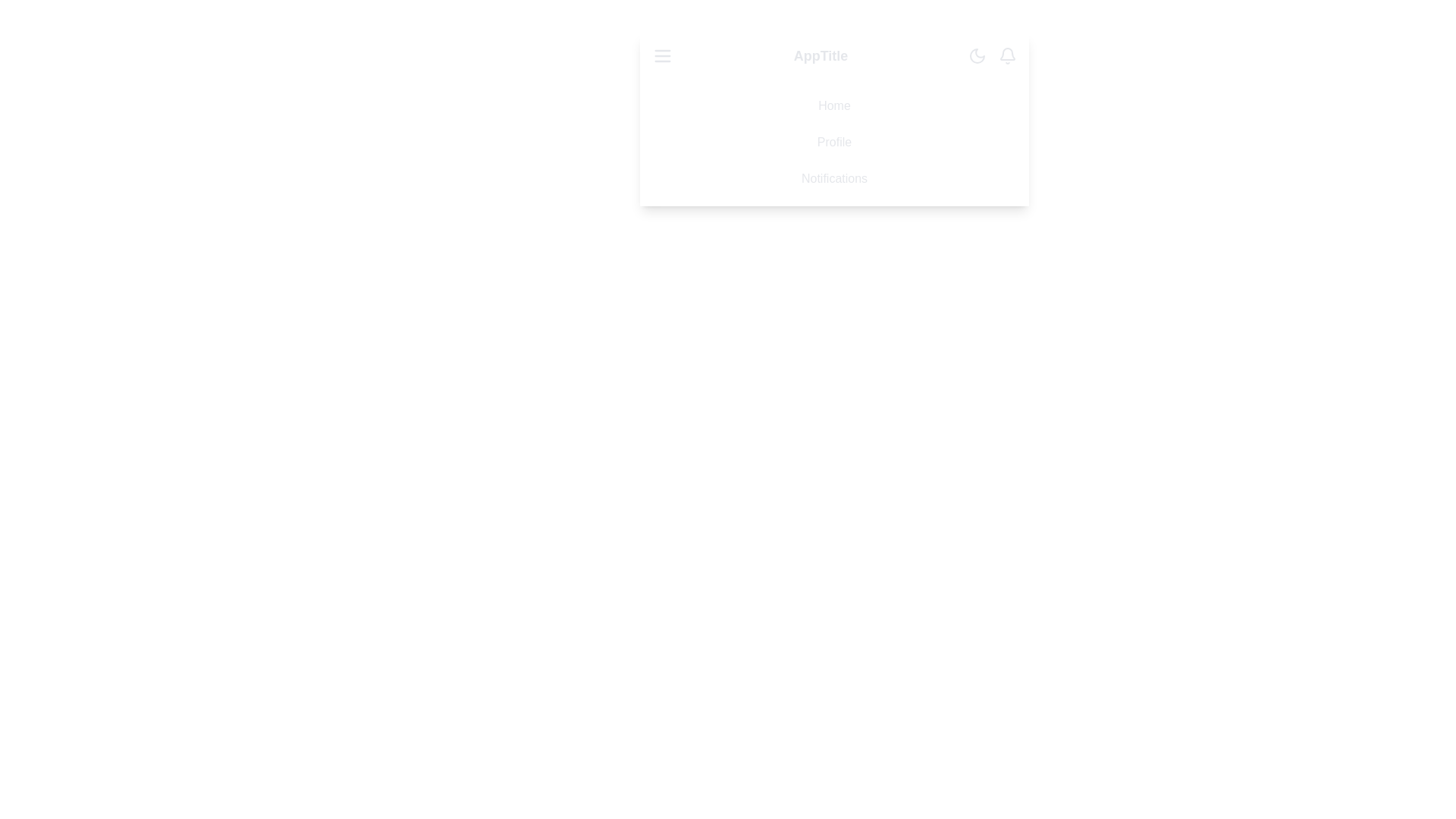 This screenshot has height=819, width=1456. What do you see at coordinates (833, 143) in the screenshot?
I see `the menu item Profile to select its text` at bounding box center [833, 143].